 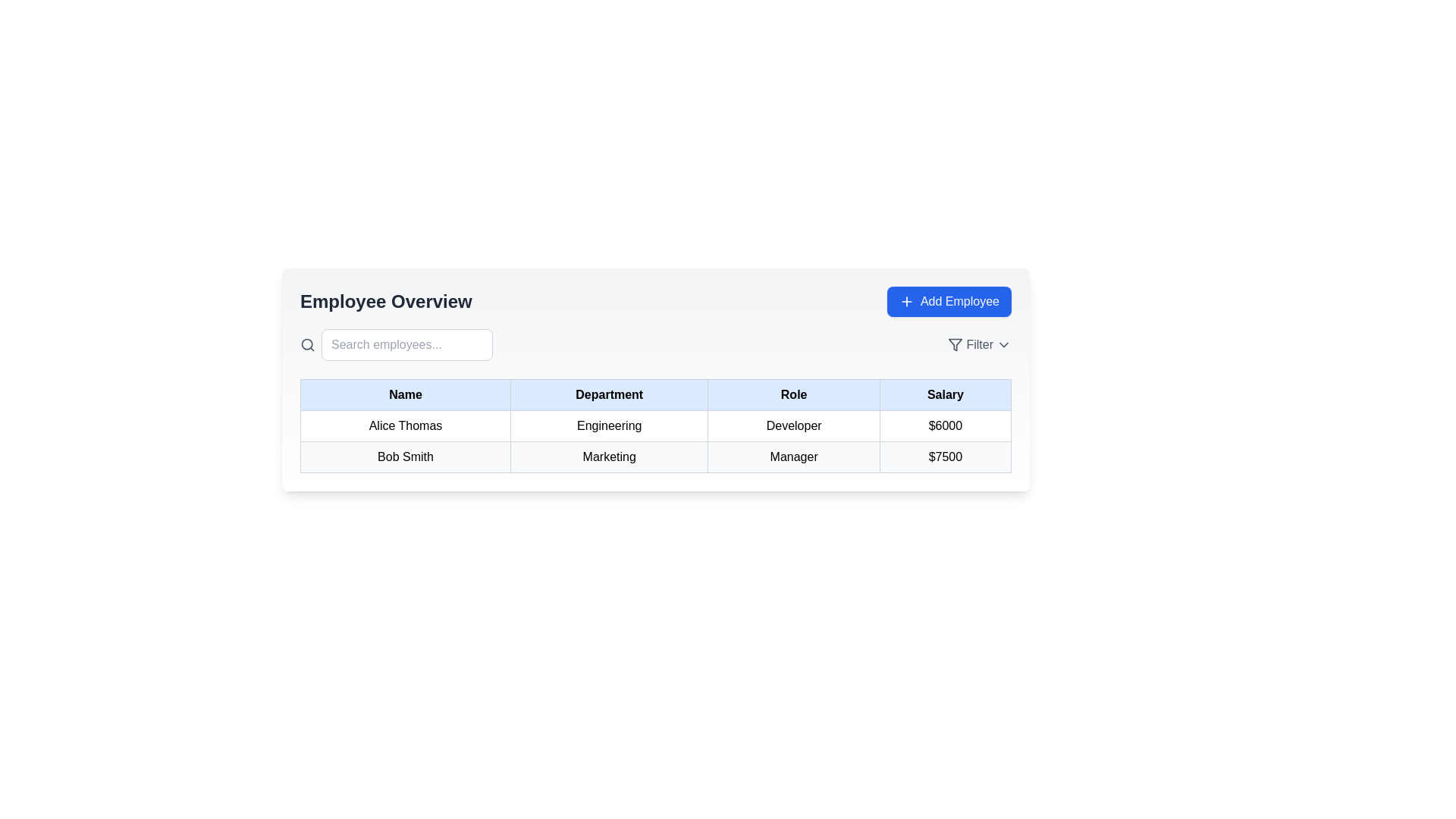 I want to click on the 'Role' column header cell in the table header row, so click(x=793, y=394).